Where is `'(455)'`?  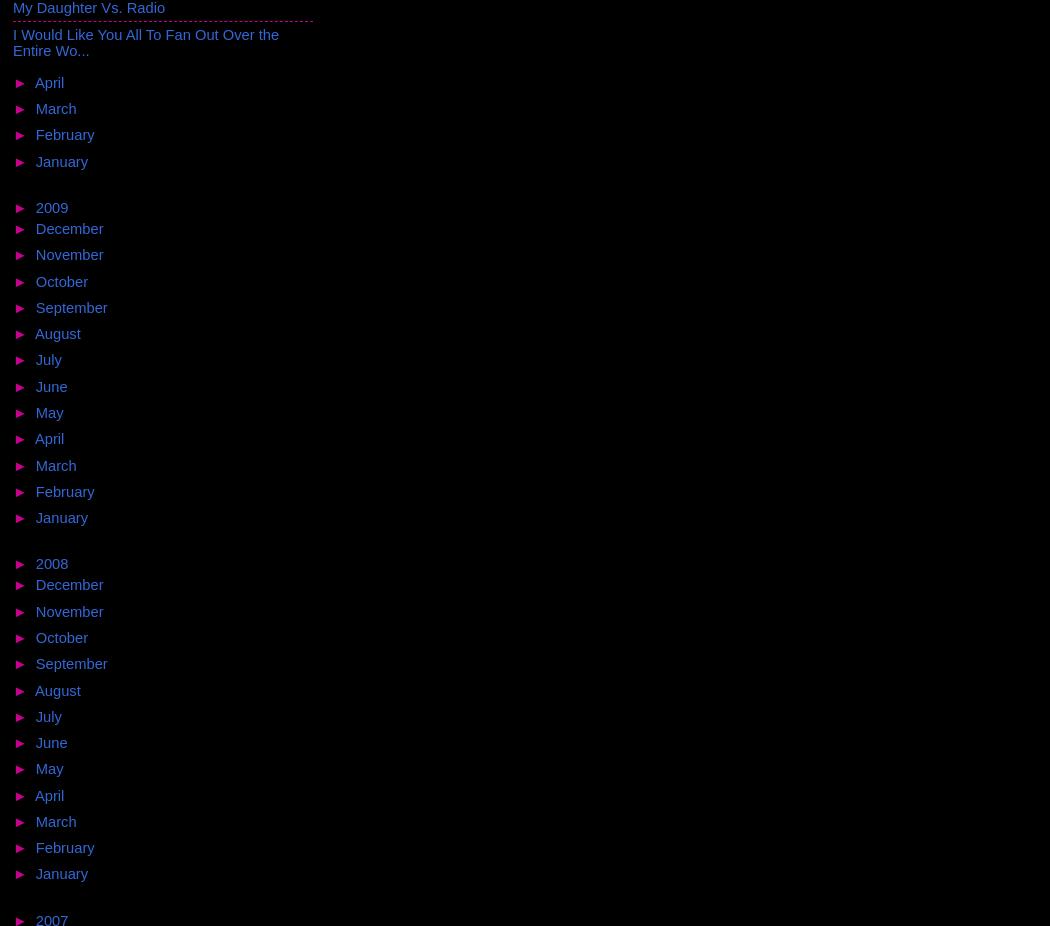
'(455)' is located at coordinates (71, 563).